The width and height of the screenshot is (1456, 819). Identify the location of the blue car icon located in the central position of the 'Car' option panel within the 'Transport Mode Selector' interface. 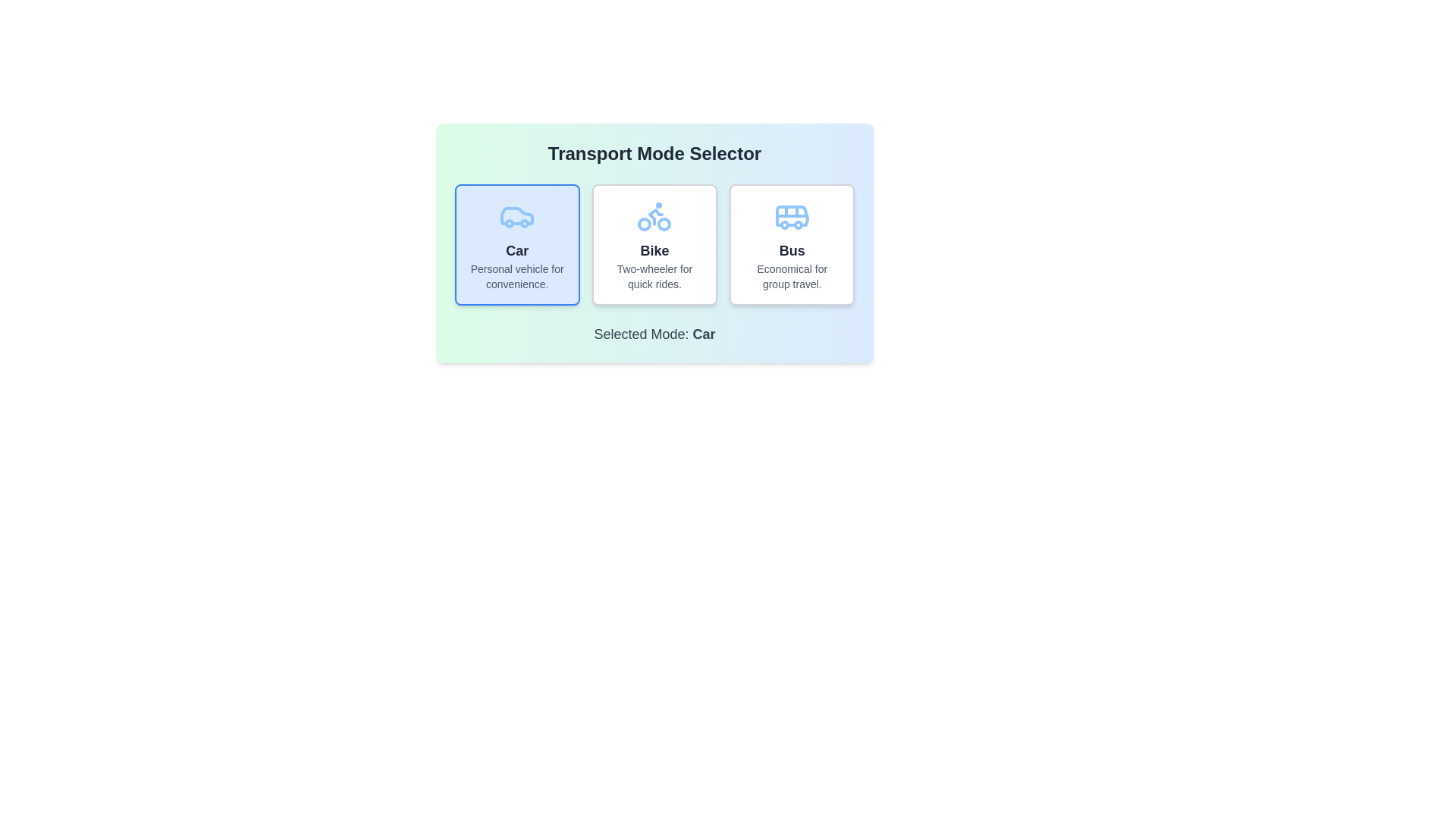
(516, 216).